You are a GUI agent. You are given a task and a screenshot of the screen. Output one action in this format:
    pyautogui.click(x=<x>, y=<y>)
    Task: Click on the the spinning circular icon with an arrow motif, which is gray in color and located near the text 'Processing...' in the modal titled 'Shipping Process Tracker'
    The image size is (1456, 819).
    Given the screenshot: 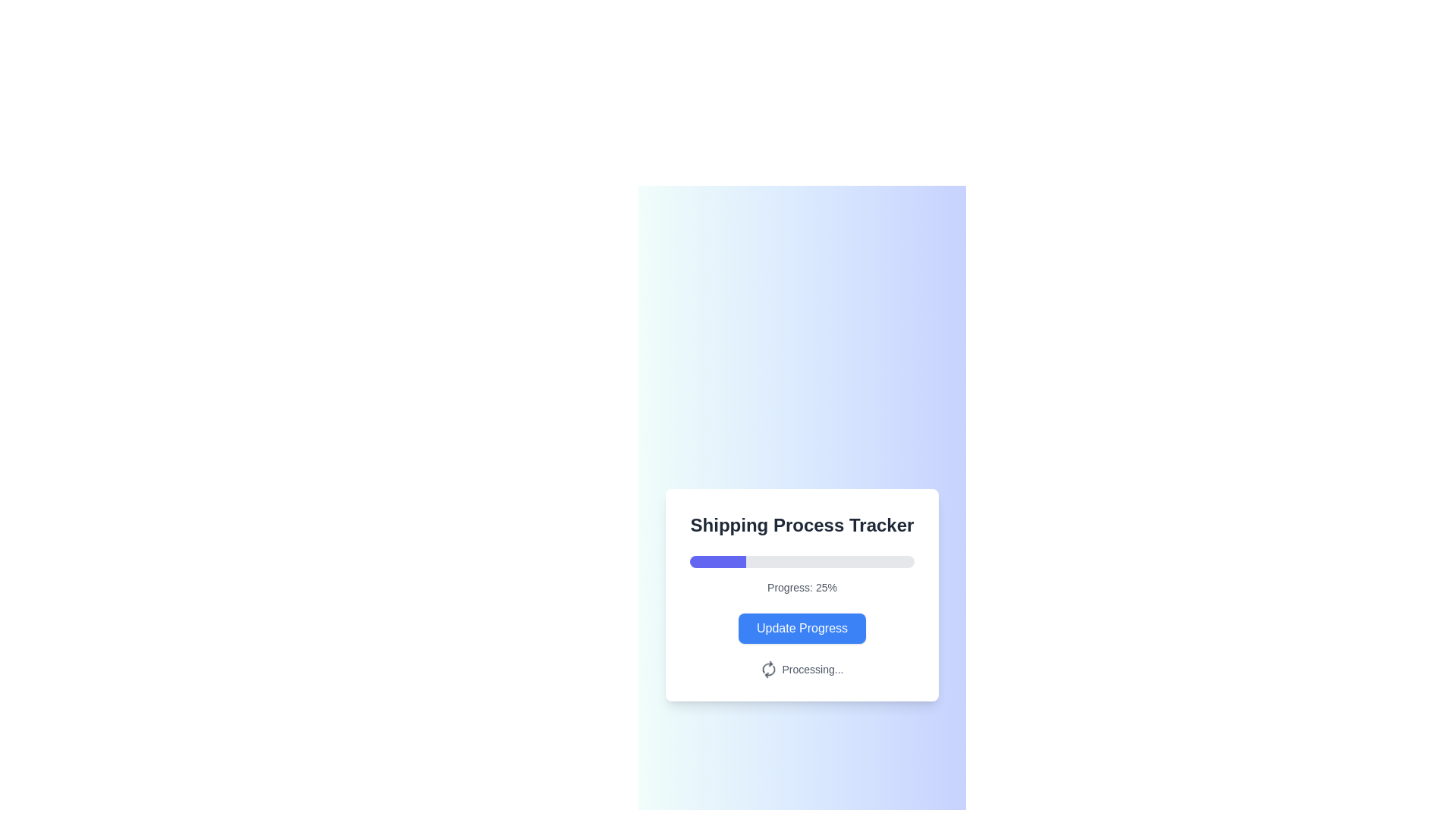 What is the action you would take?
    pyautogui.click(x=768, y=669)
    